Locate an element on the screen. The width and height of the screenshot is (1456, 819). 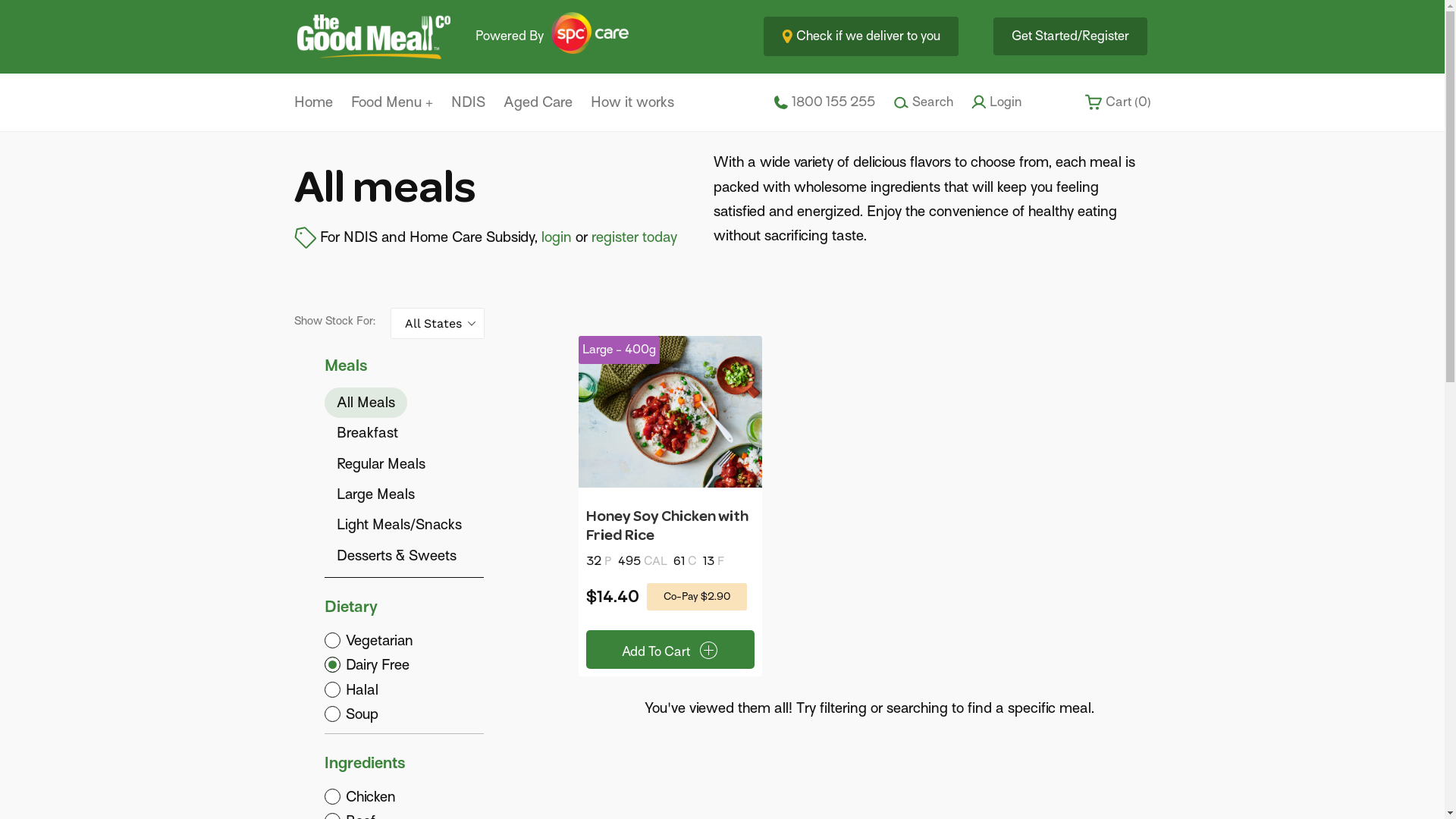
'Search' is located at coordinates (893, 102).